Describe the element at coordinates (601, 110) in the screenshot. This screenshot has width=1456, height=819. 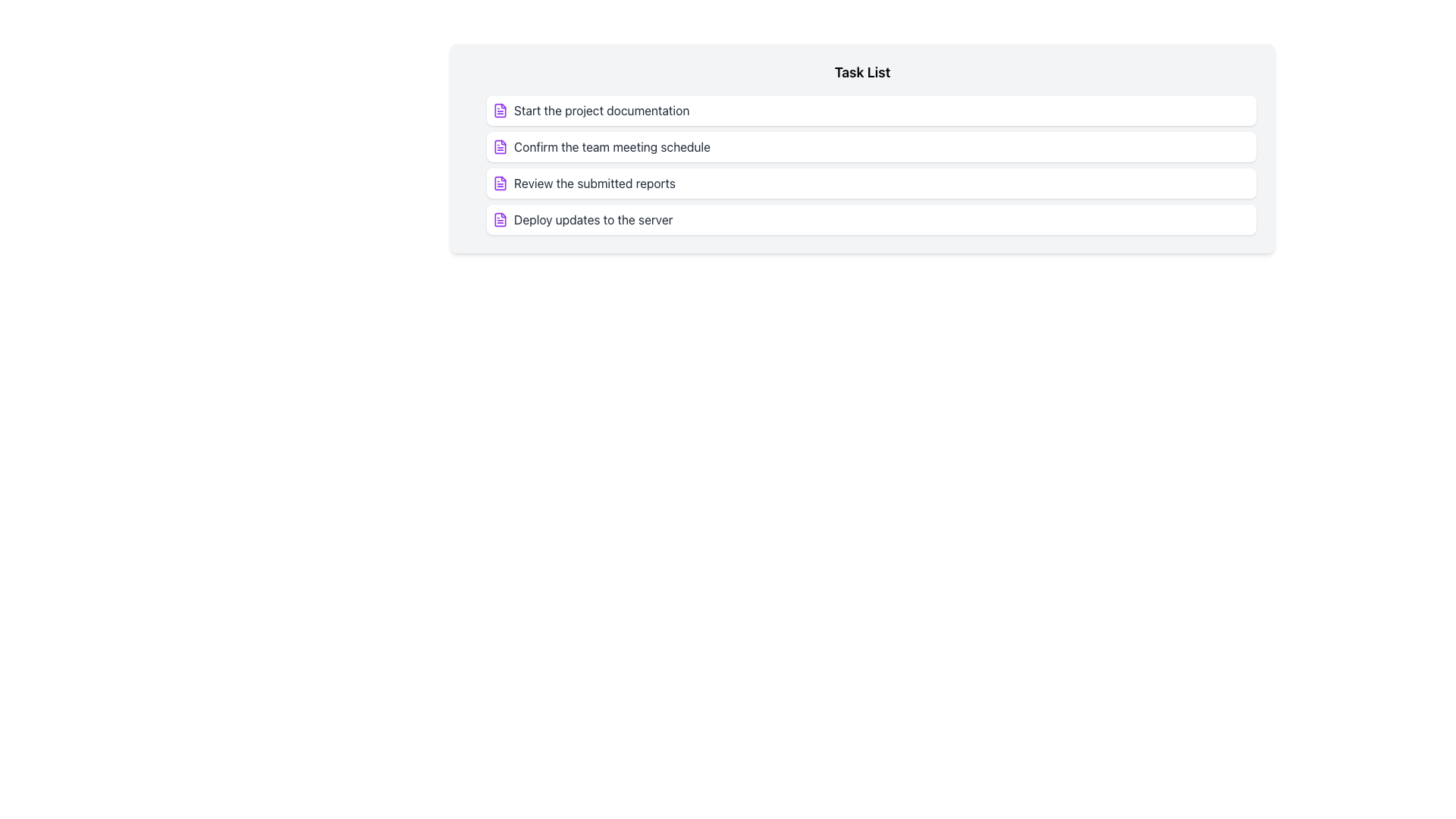
I see `the text label displaying 'Start the project documentation' in the task list` at that location.